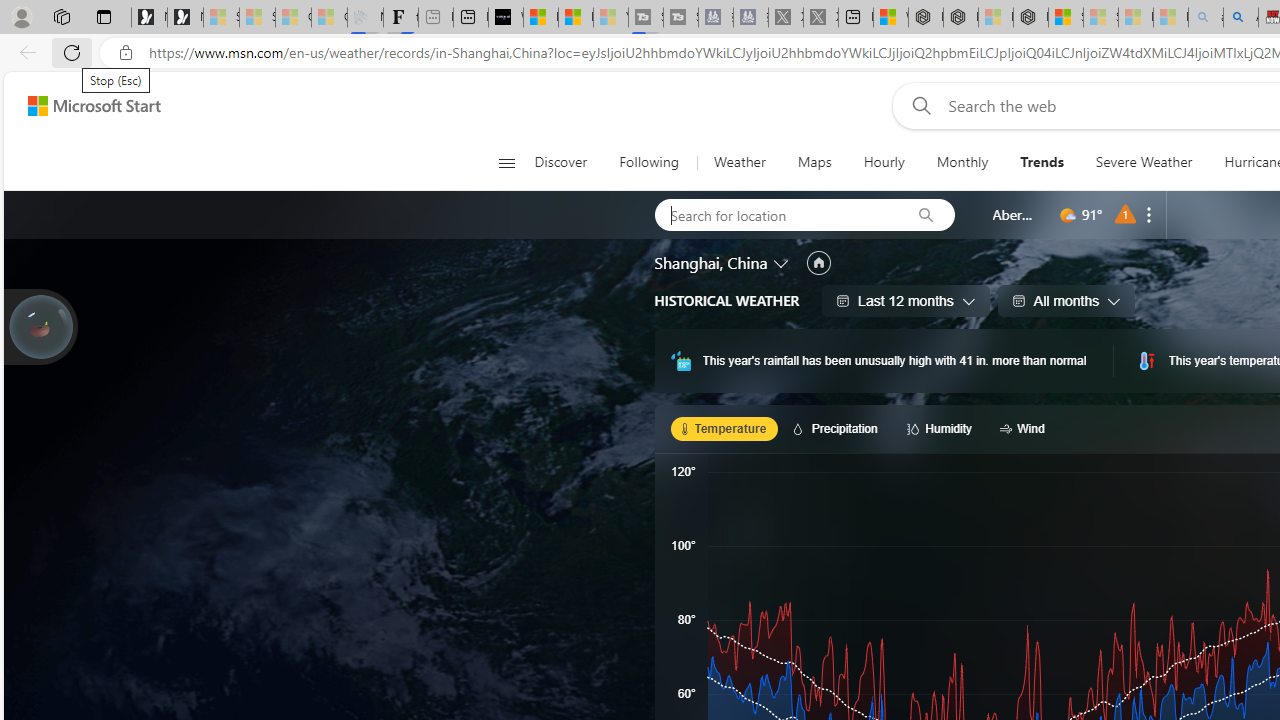 Image resolution: width=1280 pixels, height=720 pixels. Describe the element at coordinates (21, 16) in the screenshot. I see `'Personal Profile'` at that location.